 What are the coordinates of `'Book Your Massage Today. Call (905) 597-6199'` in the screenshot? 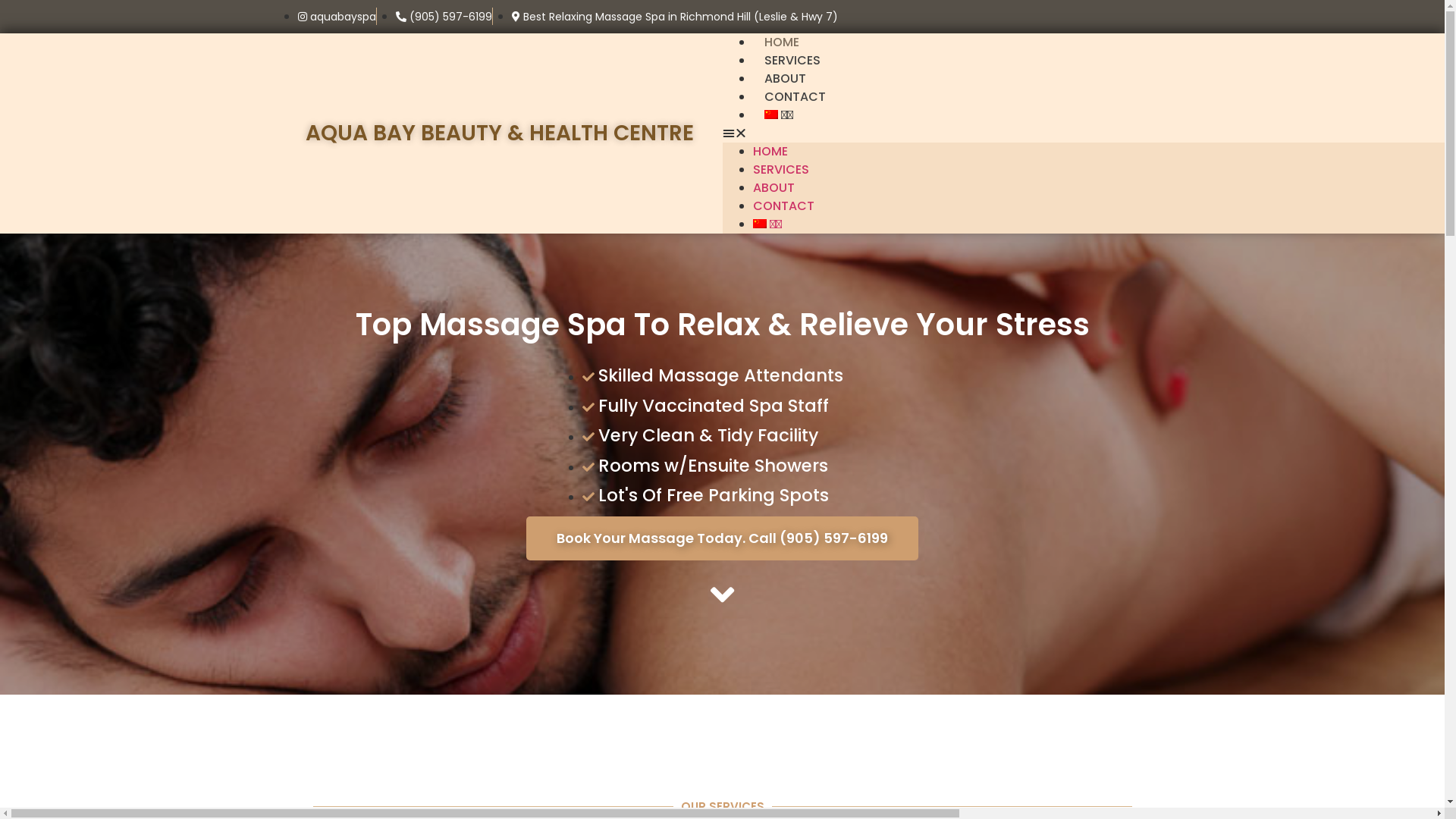 It's located at (721, 537).